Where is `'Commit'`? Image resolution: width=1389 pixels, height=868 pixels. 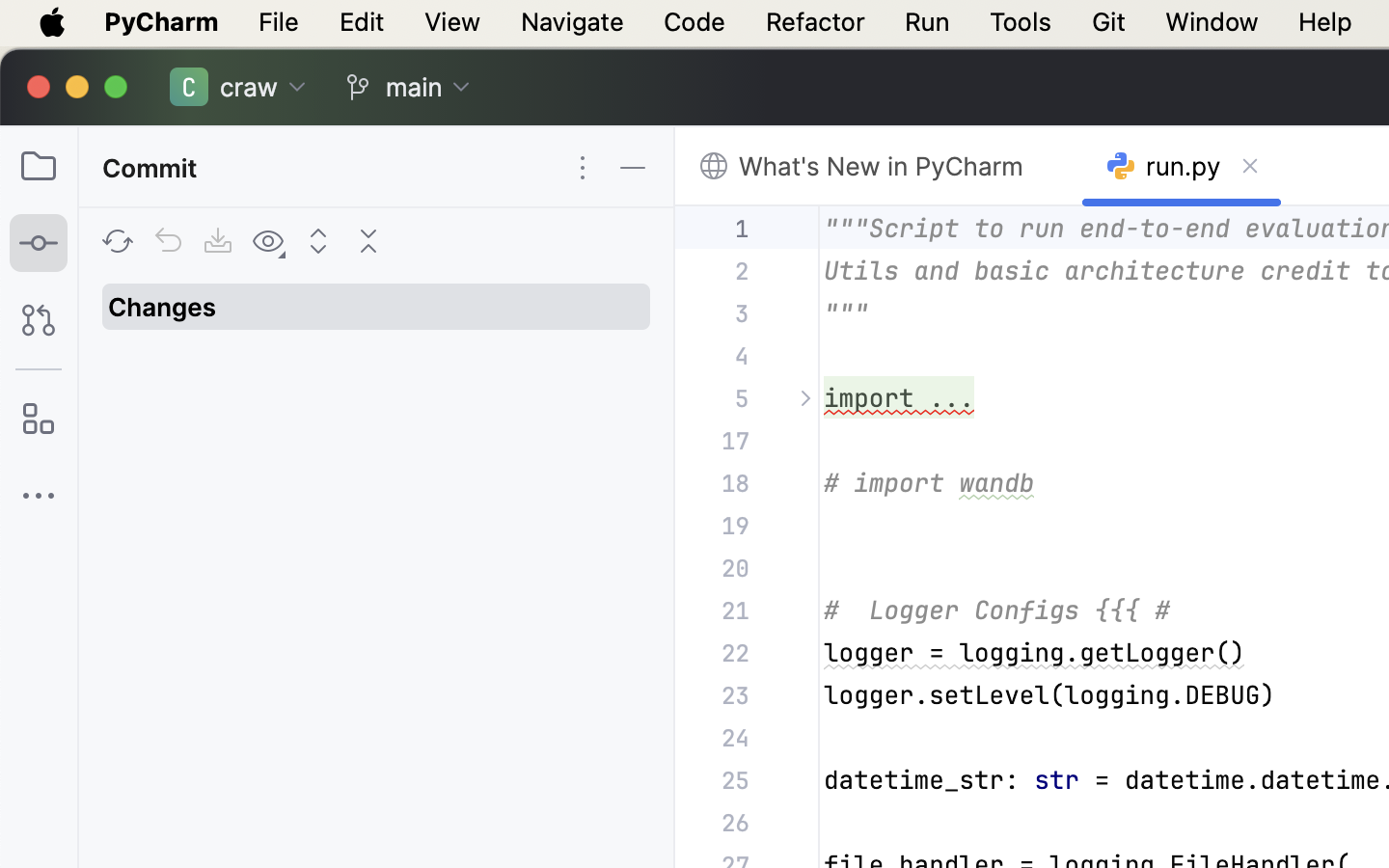
'Commit' is located at coordinates (151, 167).